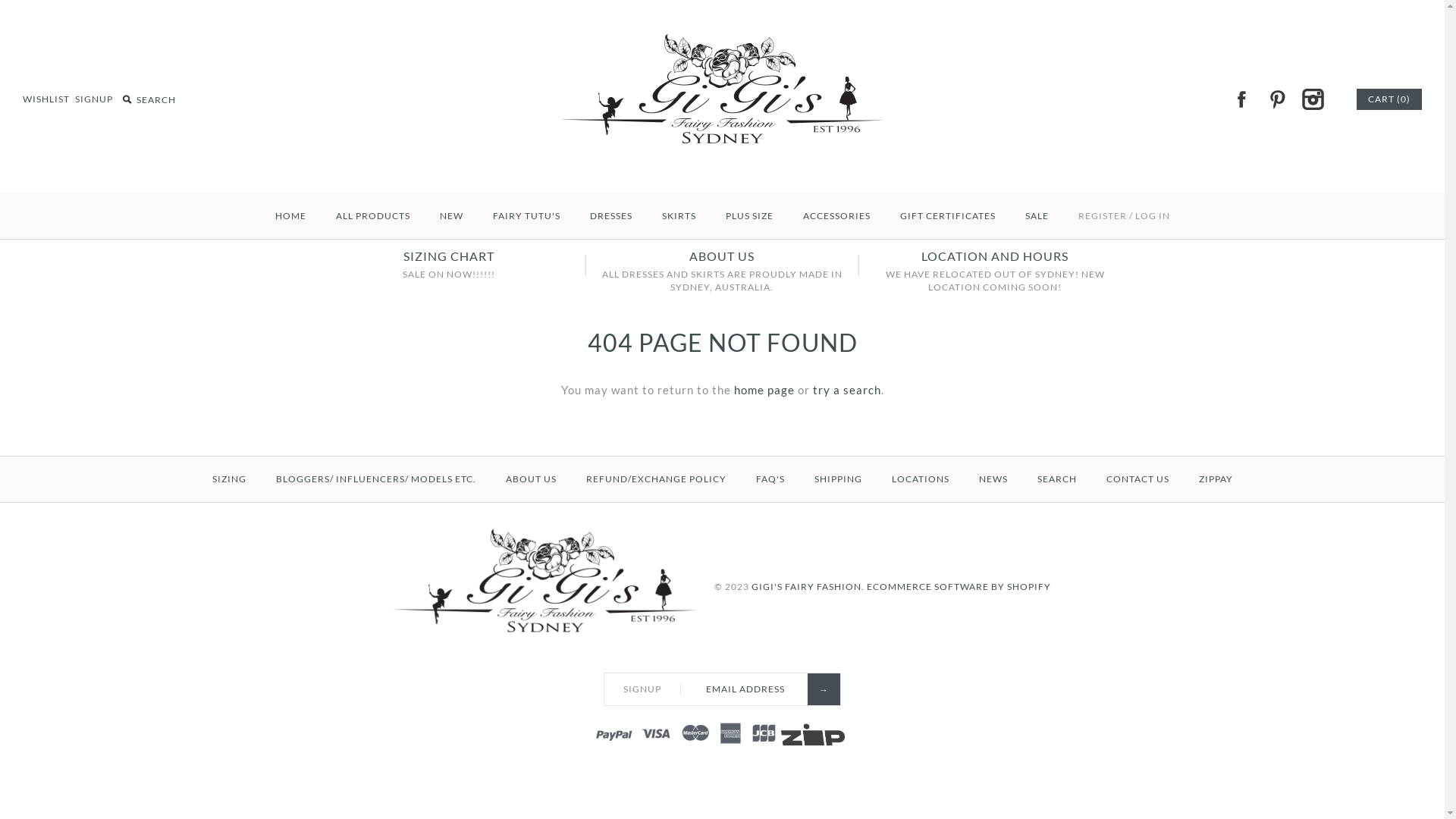 The width and height of the screenshot is (1456, 819). What do you see at coordinates (1389, 99) in the screenshot?
I see `'CART (0)'` at bounding box center [1389, 99].